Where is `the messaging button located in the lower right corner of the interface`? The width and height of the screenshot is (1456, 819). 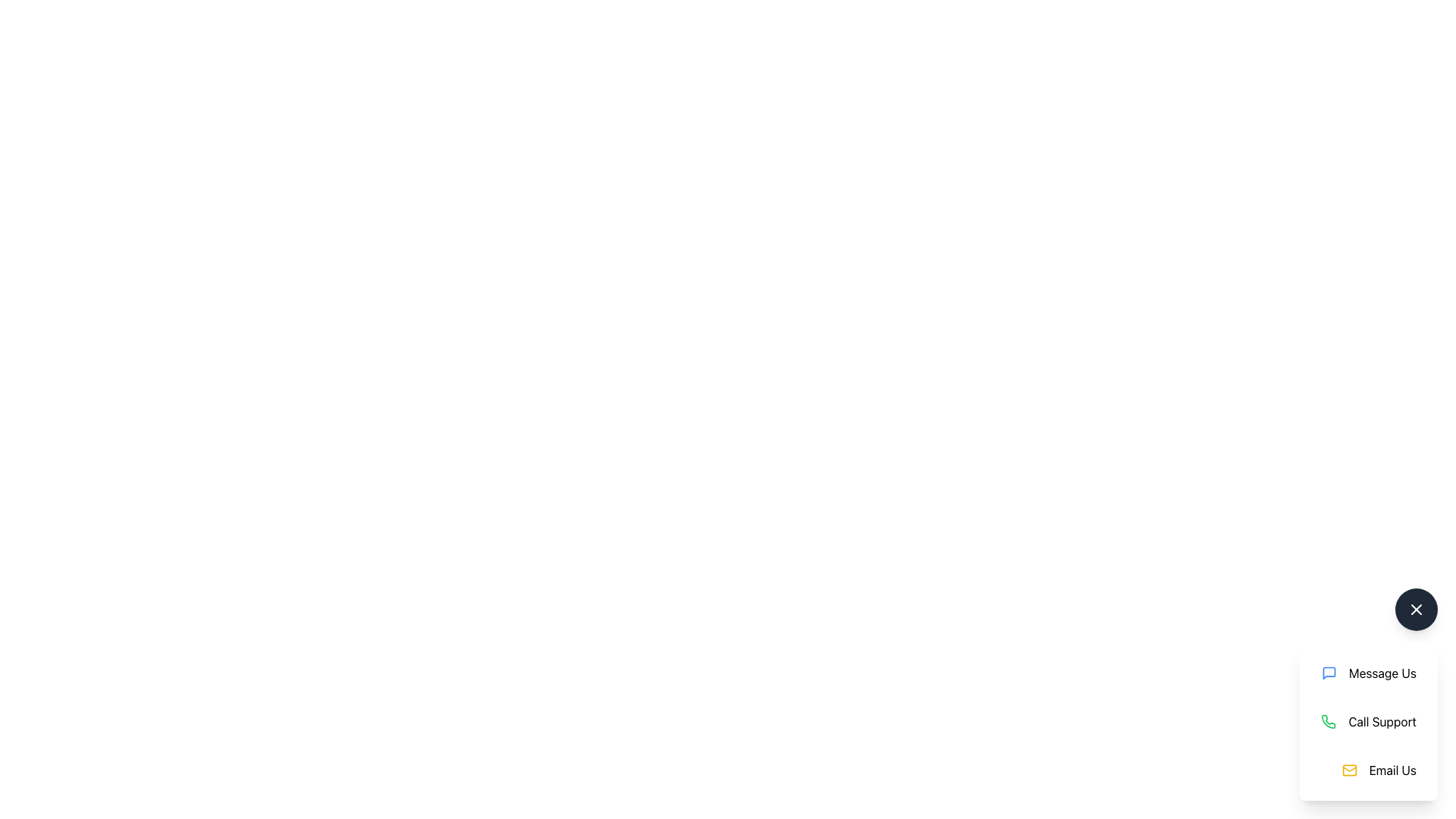 the messaging button located in the lower right corner of the interface is located at coordinates (1369, 672).